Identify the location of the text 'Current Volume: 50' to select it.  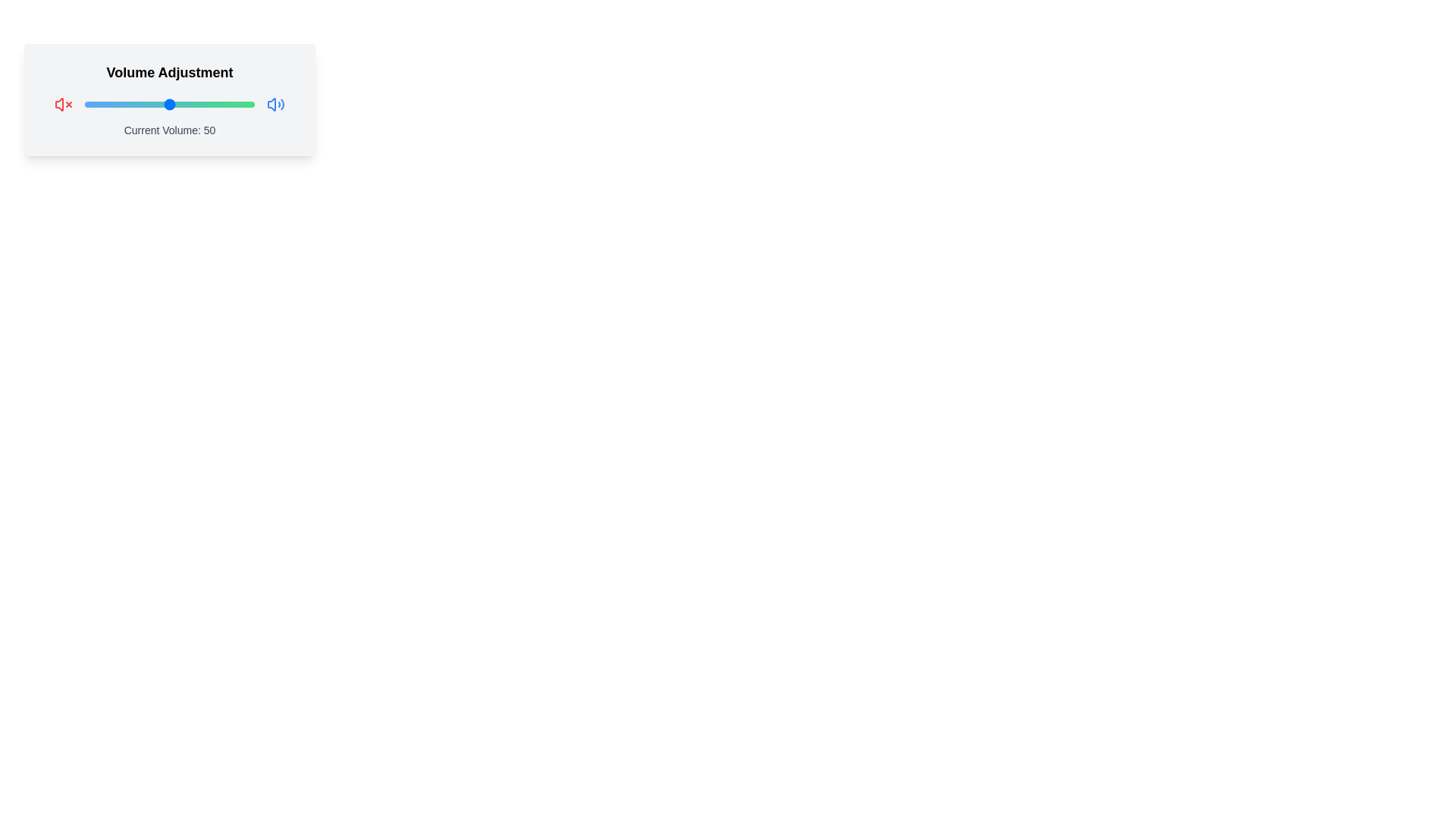
(170, 130).